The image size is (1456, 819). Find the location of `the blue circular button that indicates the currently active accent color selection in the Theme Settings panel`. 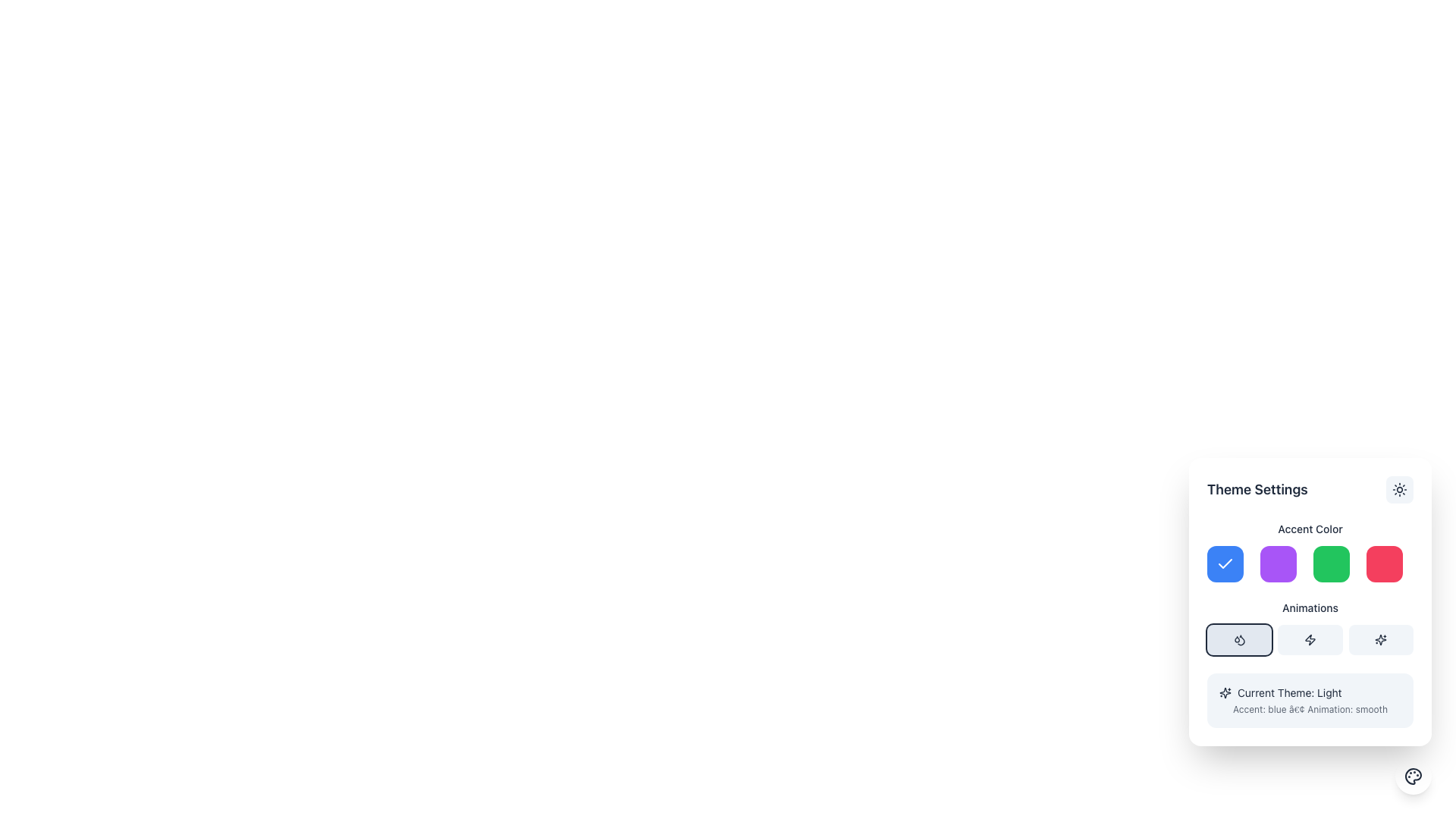

the blue circular button that indicates the currently active accent color selection in the Theme Settings panel is located at coordinates (1225, 564).